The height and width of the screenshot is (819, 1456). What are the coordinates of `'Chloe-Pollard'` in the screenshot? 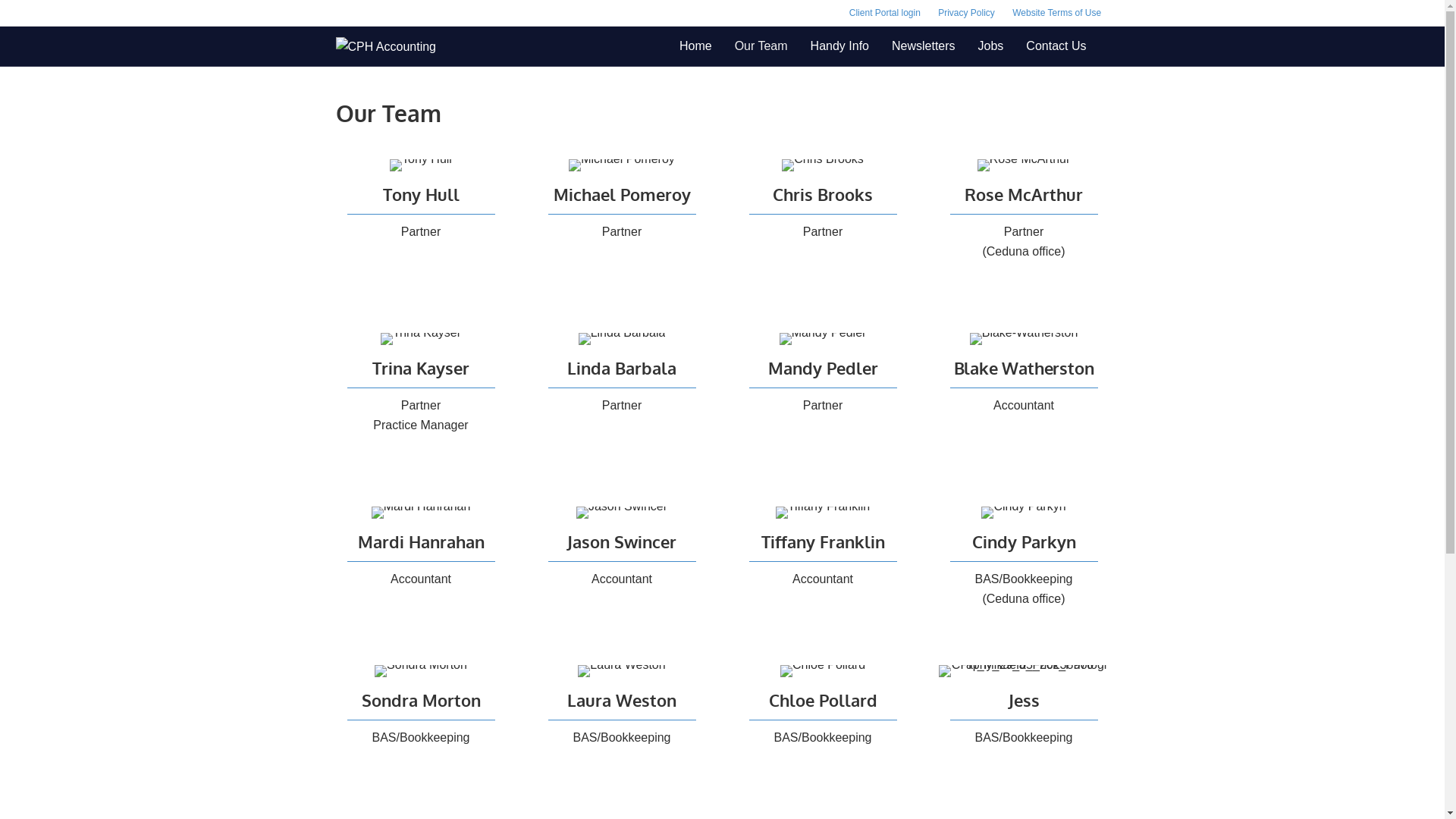 It's located at (821, 670).